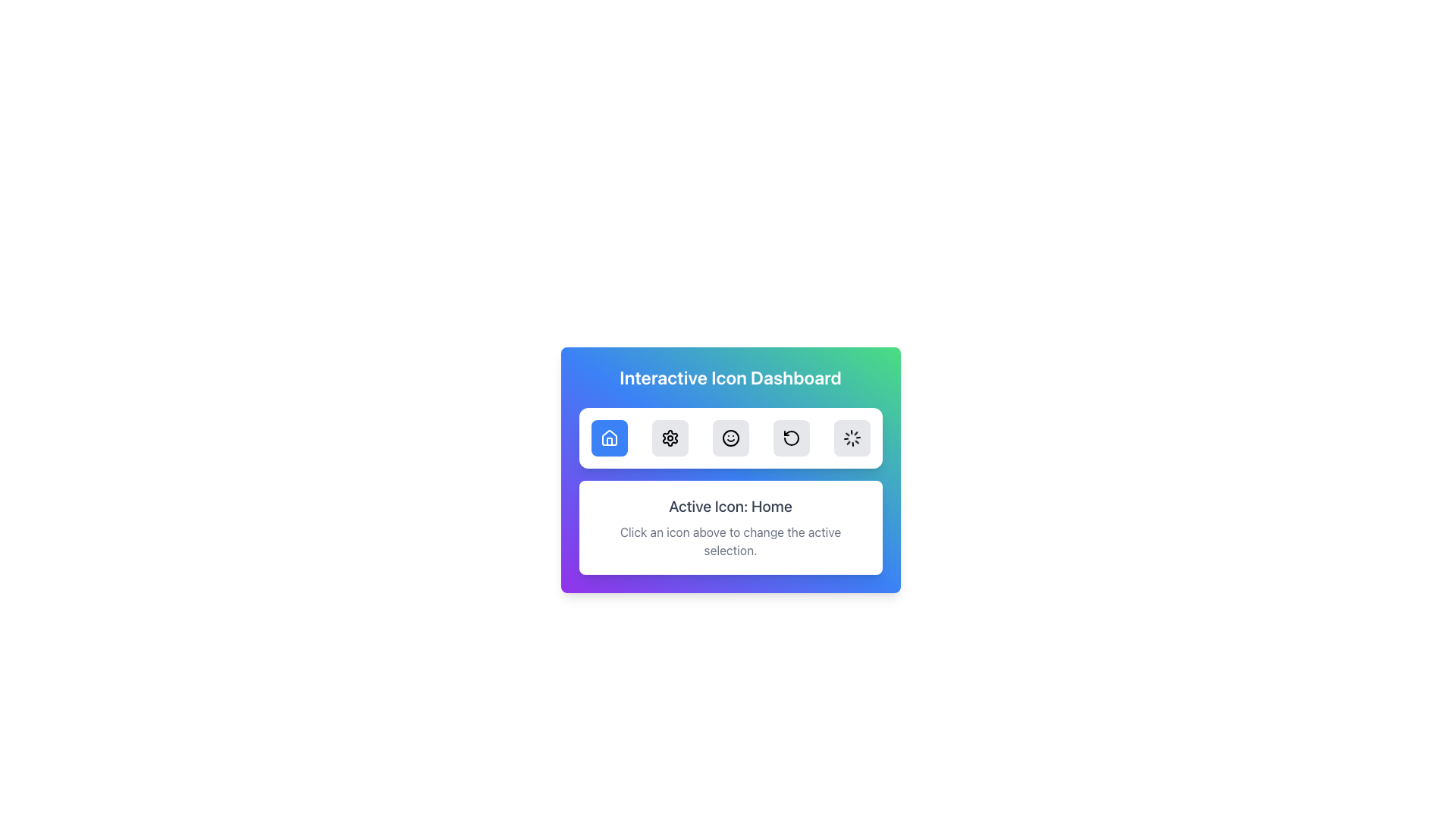 Image resolution: width=1456 pixels, height=819 pixels. I want to click on the main body of the house icon, which is styled with a simple stroke and rounded shape, so click(609, 438).